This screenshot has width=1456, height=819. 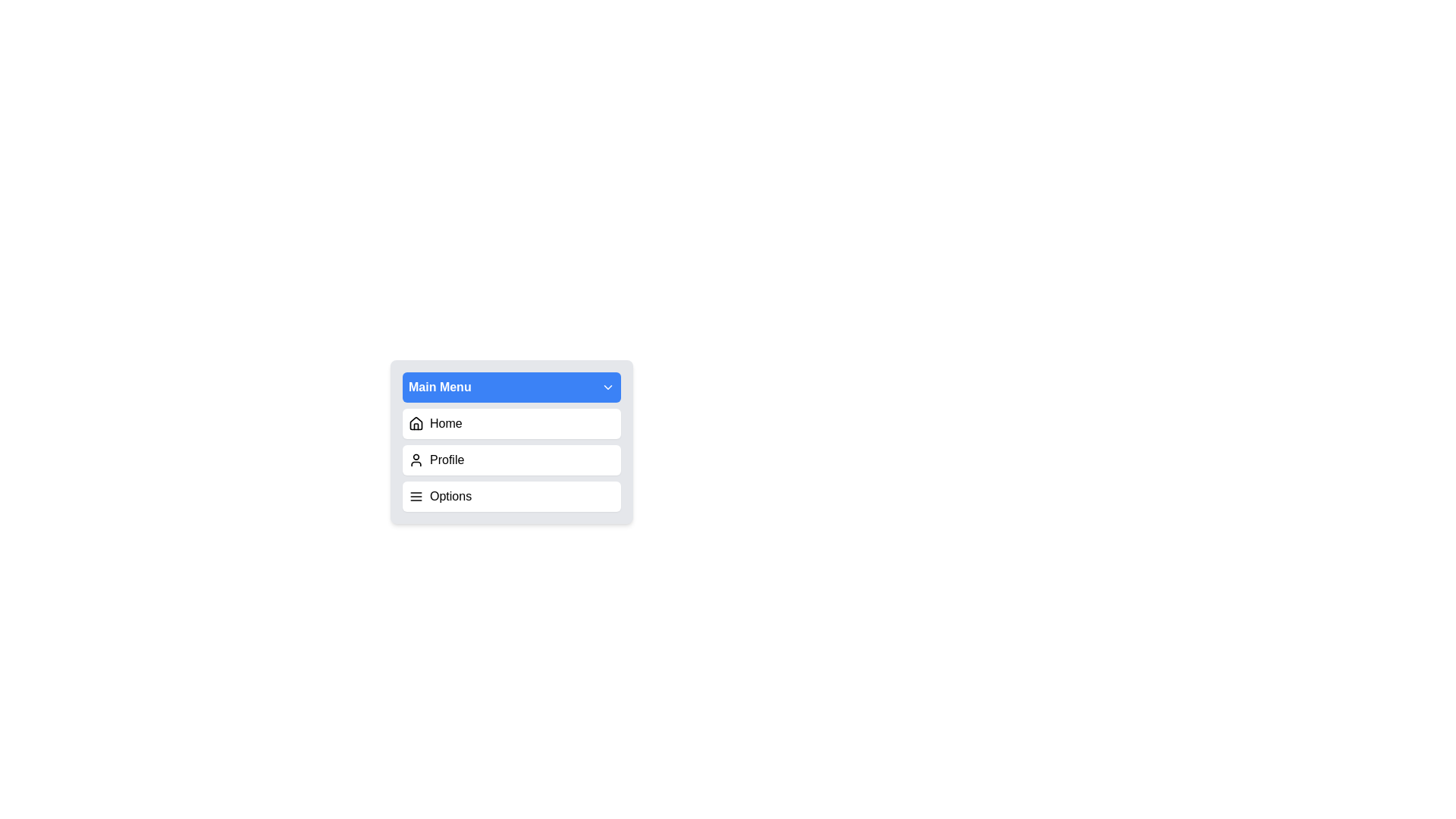 I want to click on the 'Profile' button, which is the second button in the vertical menu list of the 'Main Menu', so click(x=512, y=459).